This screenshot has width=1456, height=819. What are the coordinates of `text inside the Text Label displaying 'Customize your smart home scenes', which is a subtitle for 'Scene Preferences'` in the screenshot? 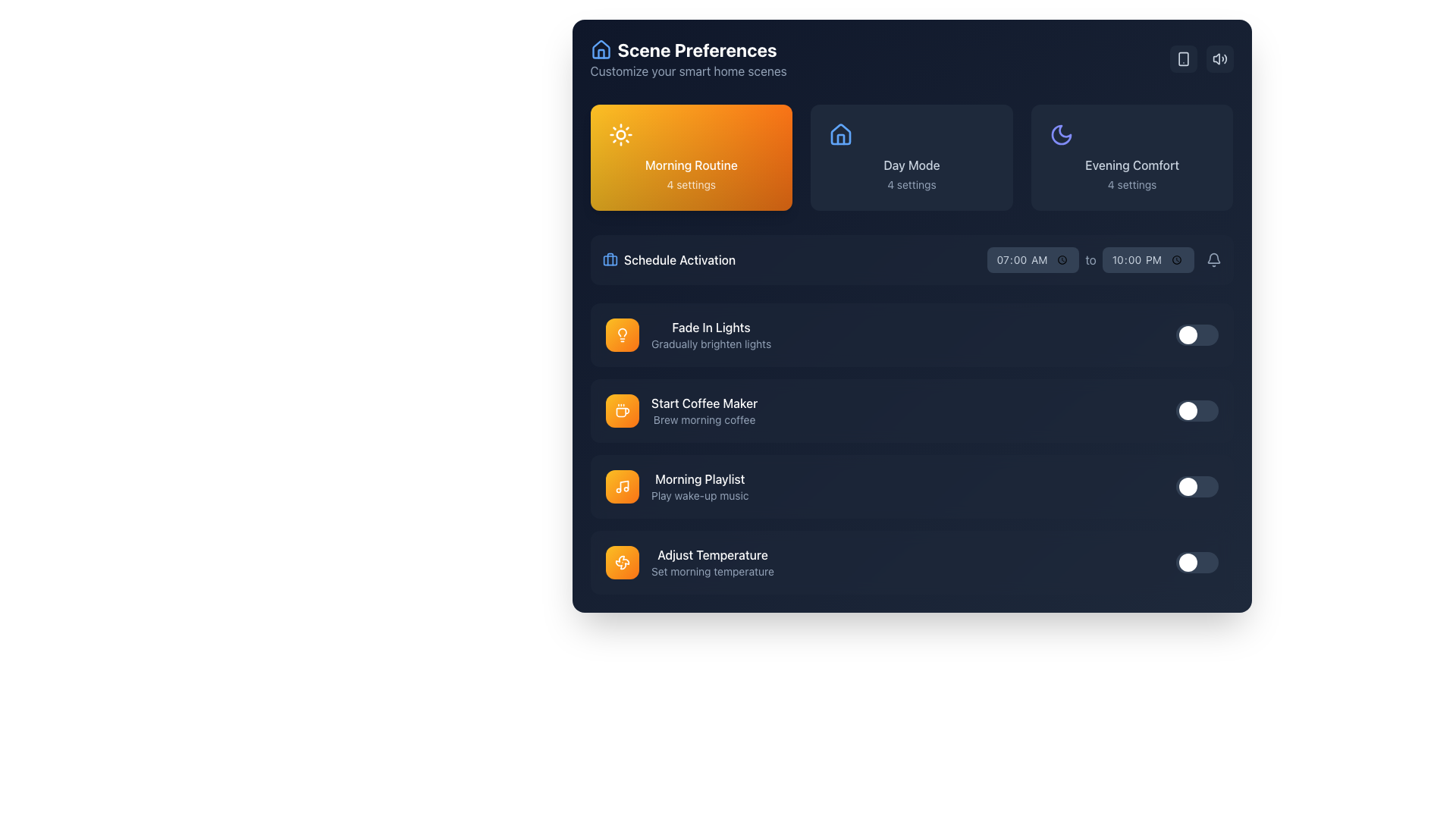 It's located at (688, 71).